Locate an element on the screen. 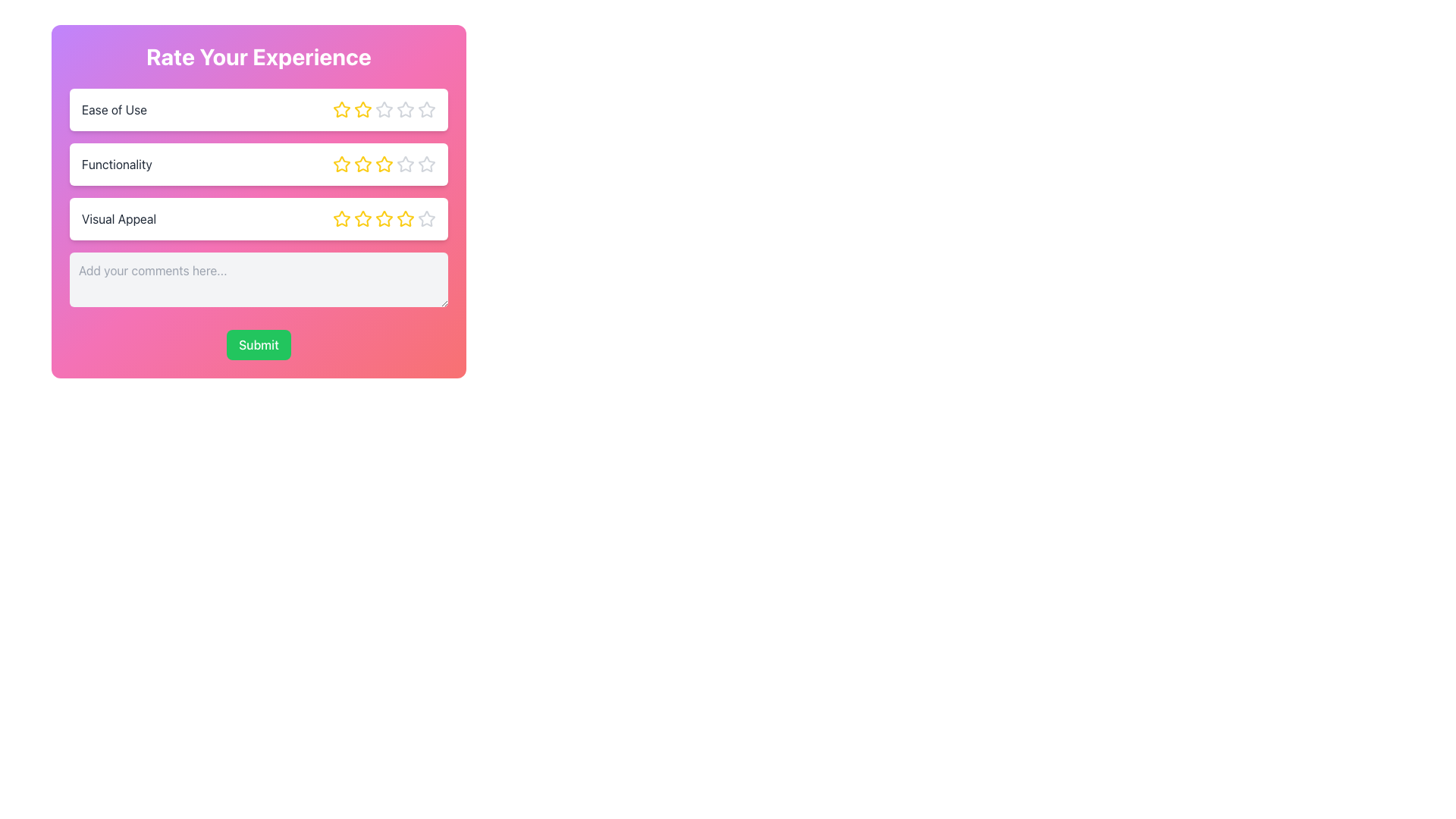  the text label 'Functionality' is located at coordinates (116, 164).